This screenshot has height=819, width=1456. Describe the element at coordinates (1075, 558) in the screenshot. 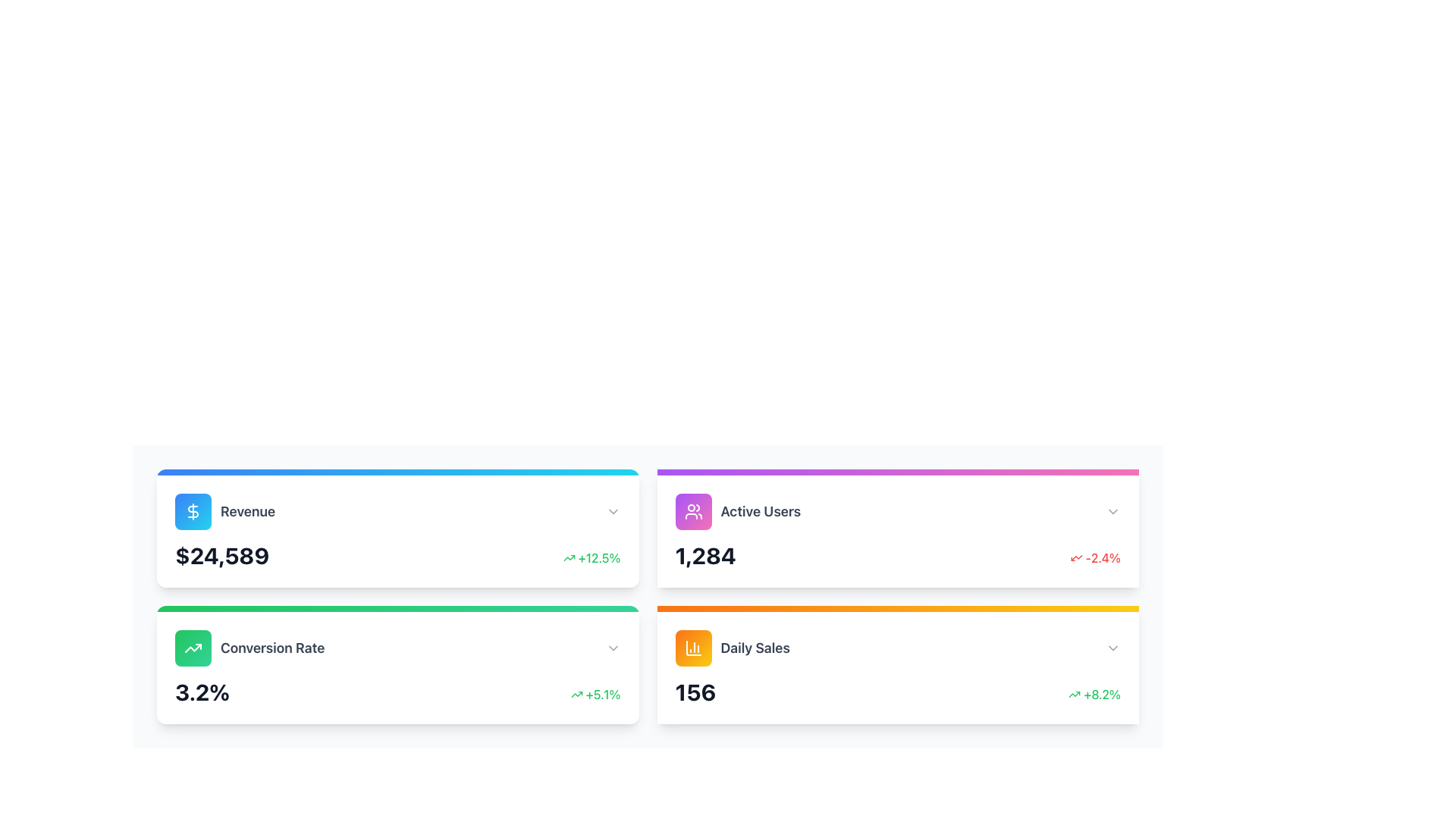

I see `the icon that visually represents a negative trend associated with the '-2.4%' percentage displayed, located in the upper right section of the group and to the left of the percentage text` at that location.